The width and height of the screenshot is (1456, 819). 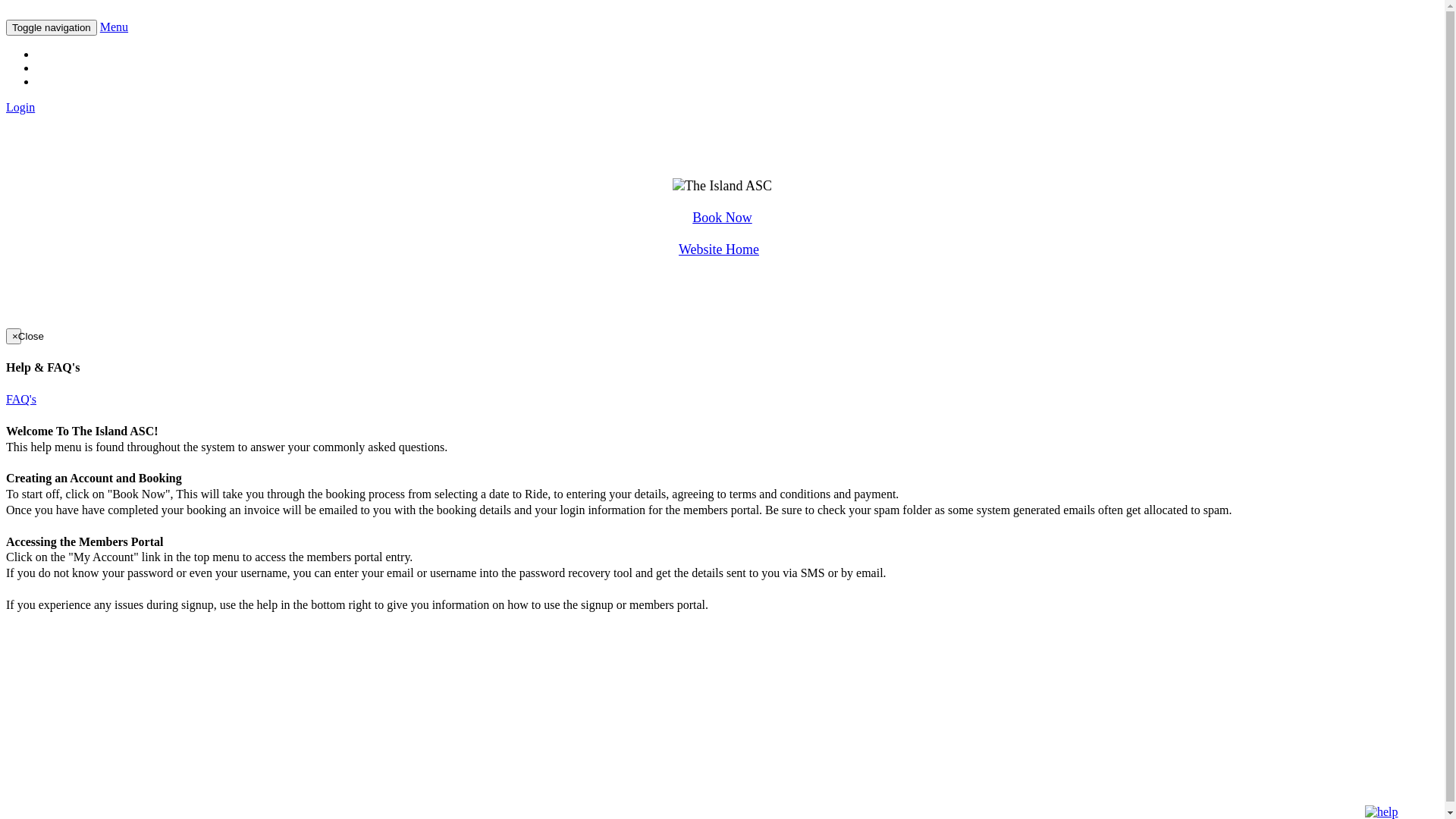 I want to click on 'Bookings', so click(x=59, y=53).